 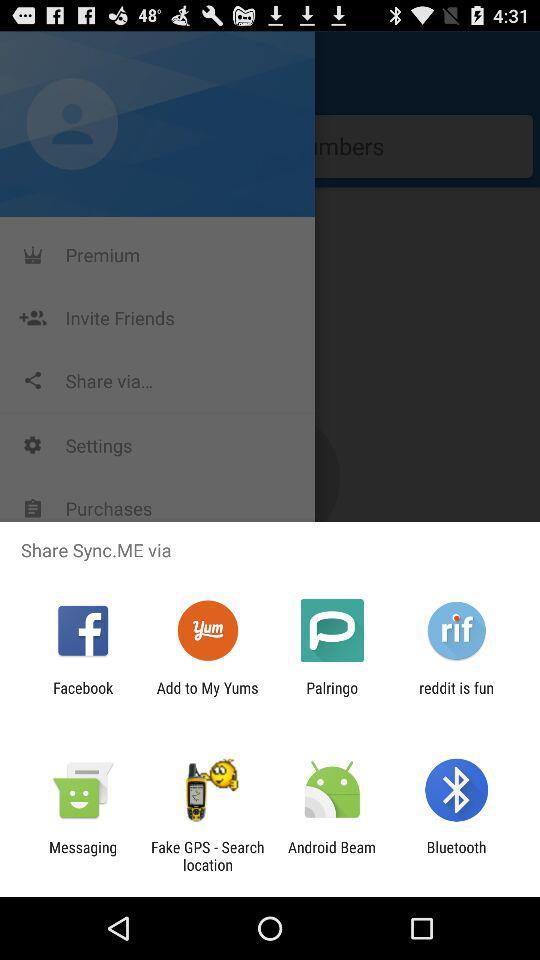 What do you see at coordinates (332, 696) in the screenshot?
I see `the palringo` at bounding box center [332, 696].